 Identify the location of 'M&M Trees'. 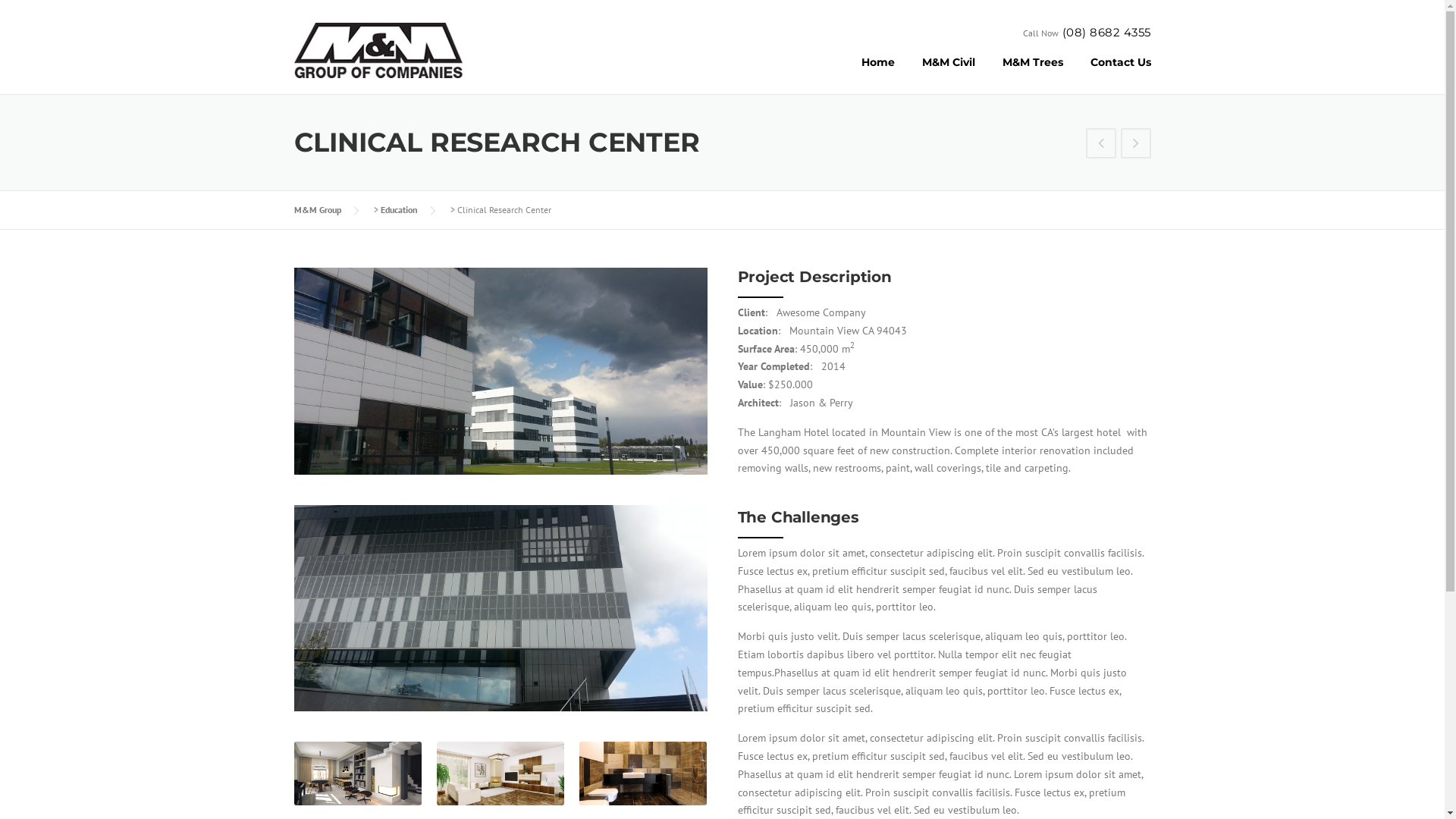
(989, 73).